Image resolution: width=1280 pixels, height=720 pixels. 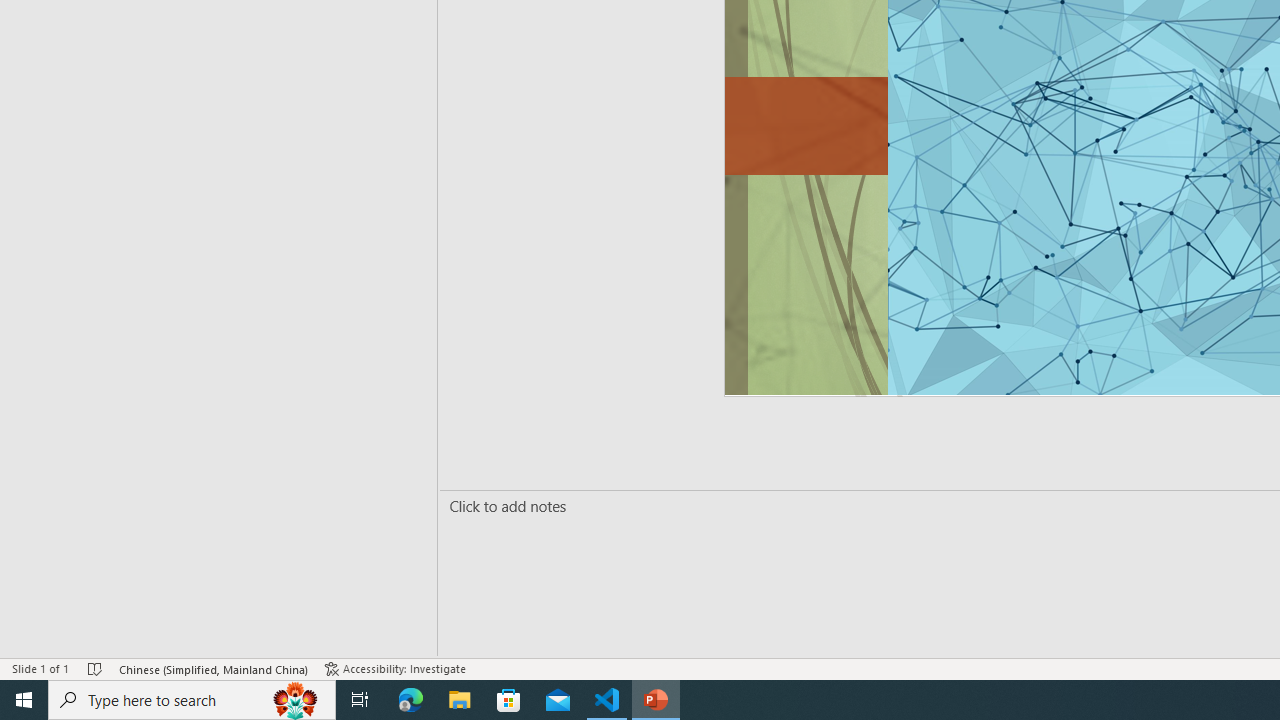 I want to click on 'Accessibility Checker Accessibility: Investigate', so click(x=397, y=669).